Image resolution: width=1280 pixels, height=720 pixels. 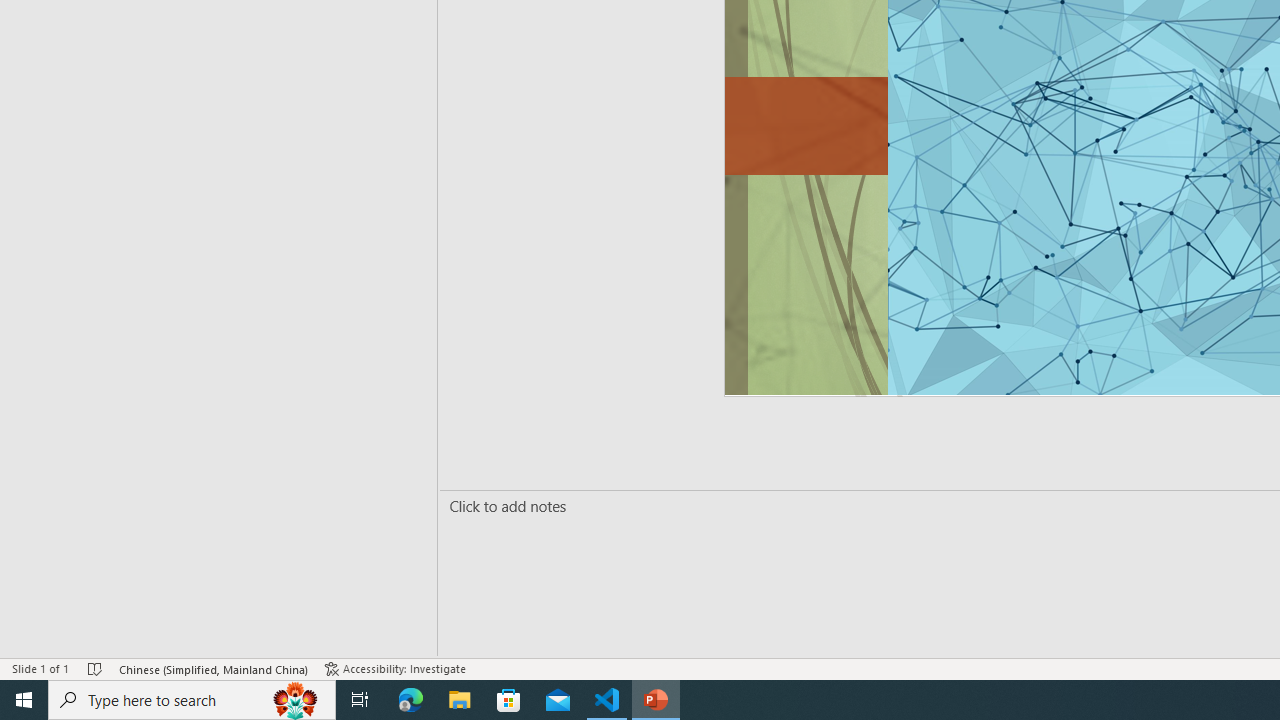 I want to click on 'Accessibility Checker Accessibility: Investigate', so click(x=397, y=669).